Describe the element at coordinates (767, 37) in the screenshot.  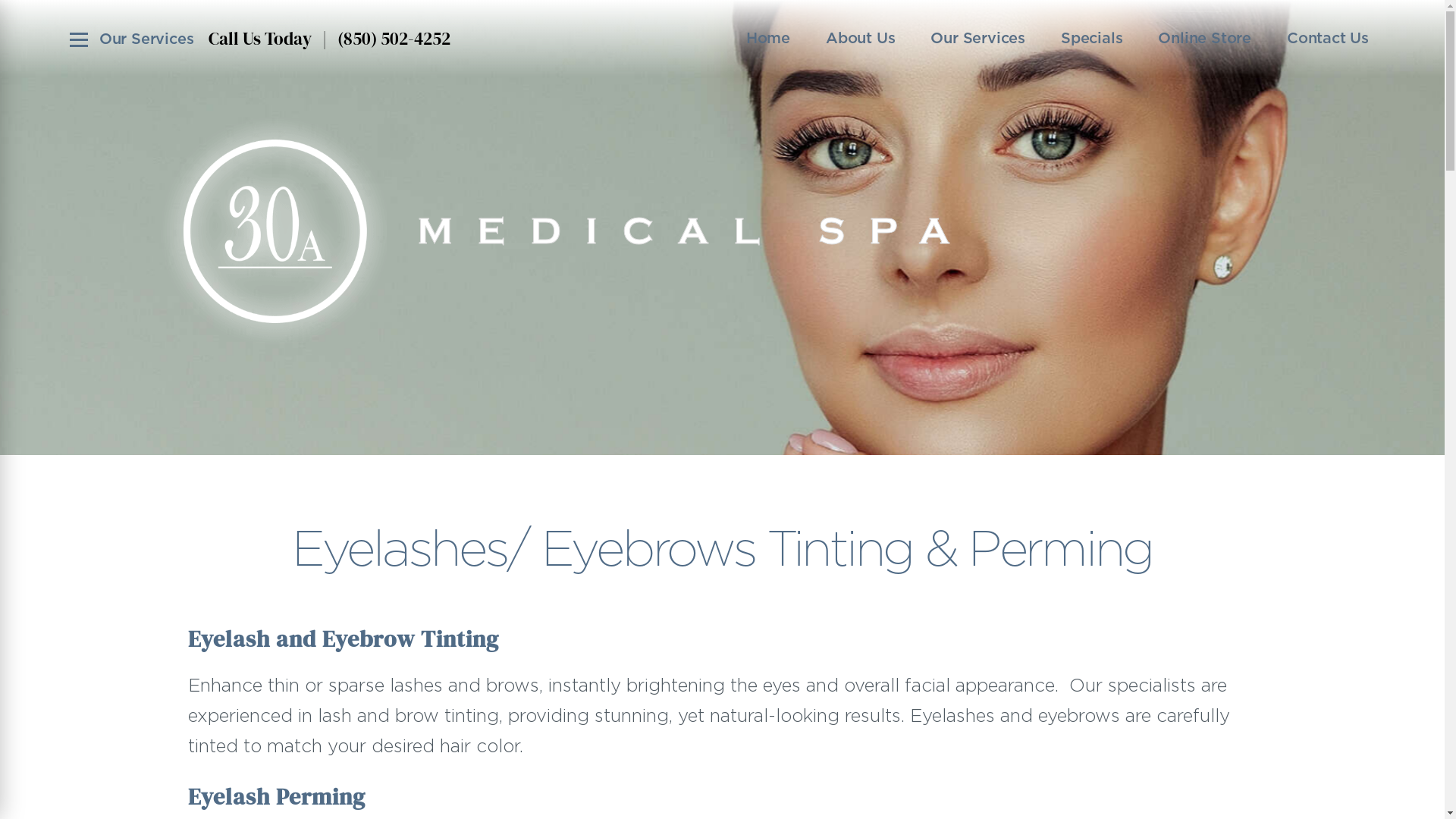
I see `'Home'` at that location.